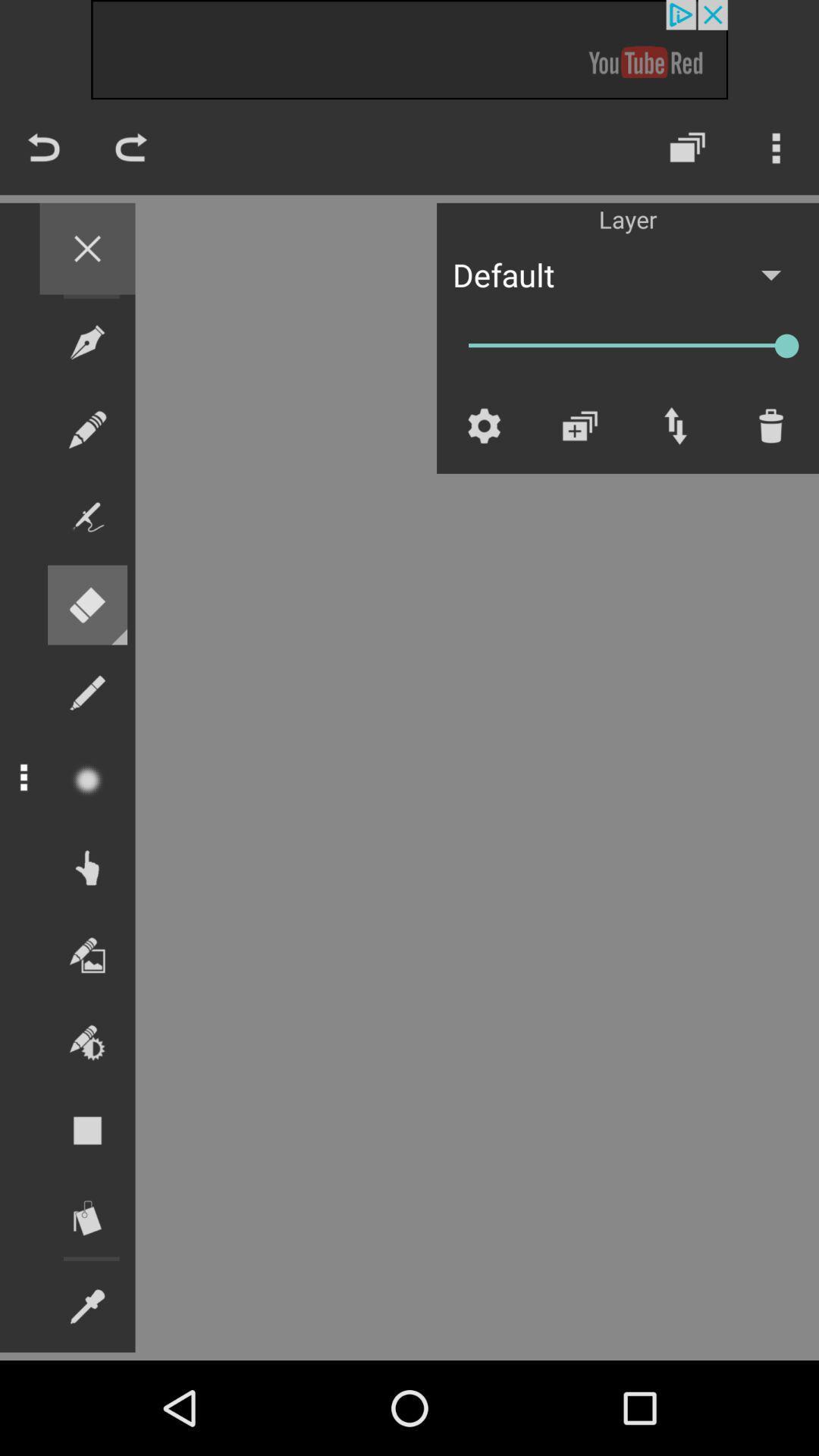  I want to click on the delete icon, so click(771, 425).